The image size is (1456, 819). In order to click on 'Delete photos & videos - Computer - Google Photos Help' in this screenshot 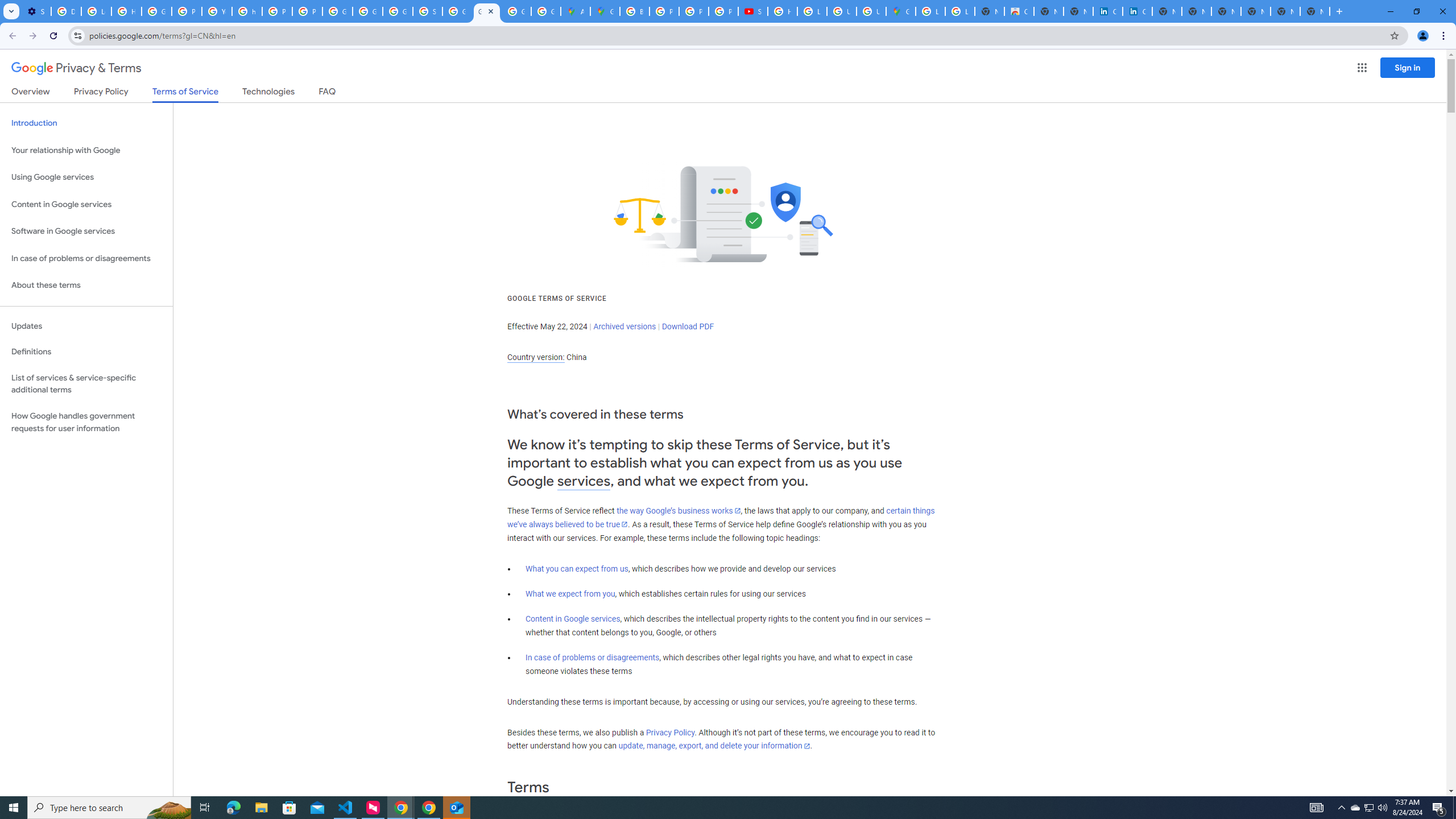, I will do `click(65, 11)`.